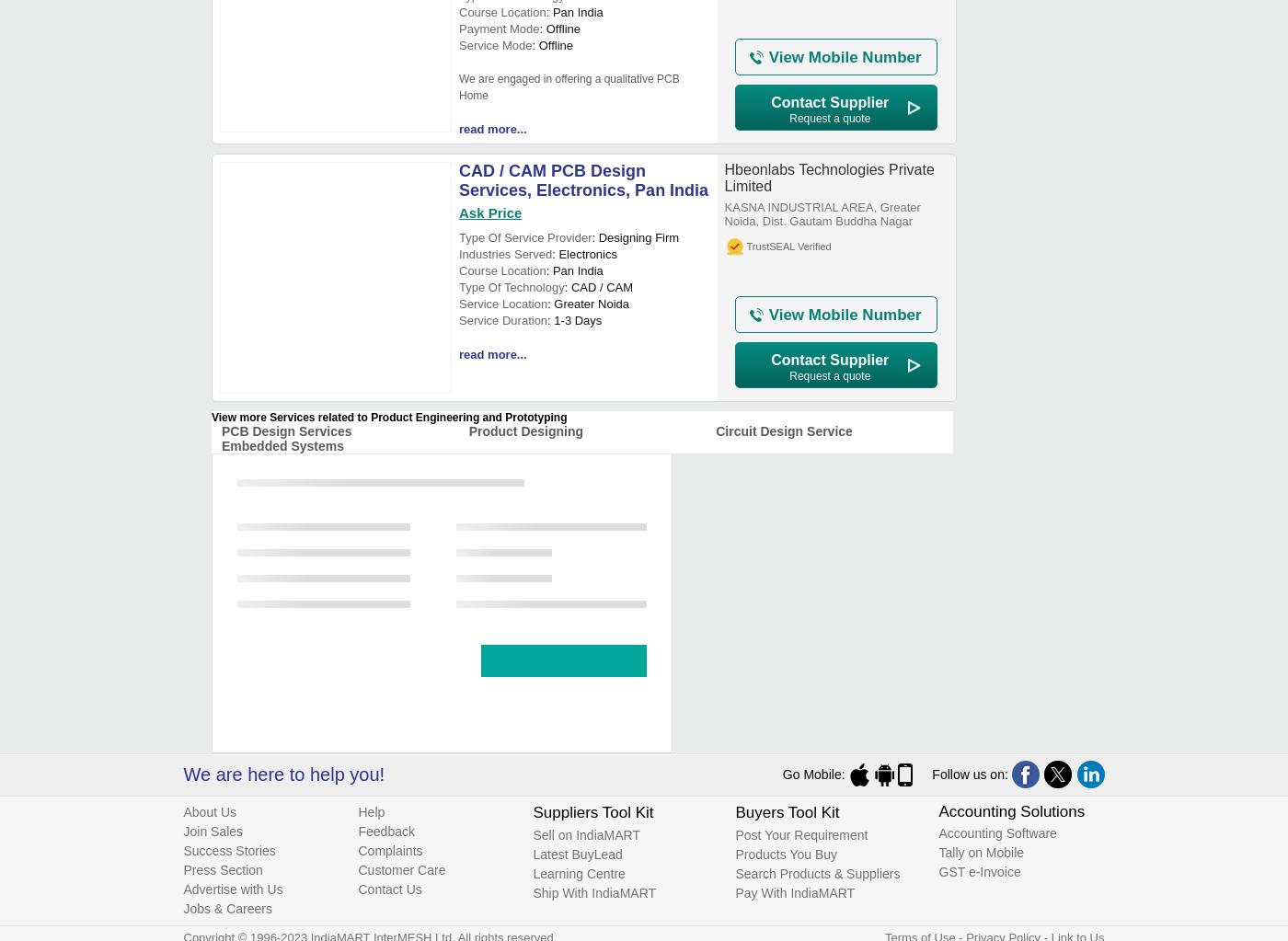 Image resolution: width=1288 pixels, height=941 pixels. I want to click on ':  1-3 Days', so click(547, 320).